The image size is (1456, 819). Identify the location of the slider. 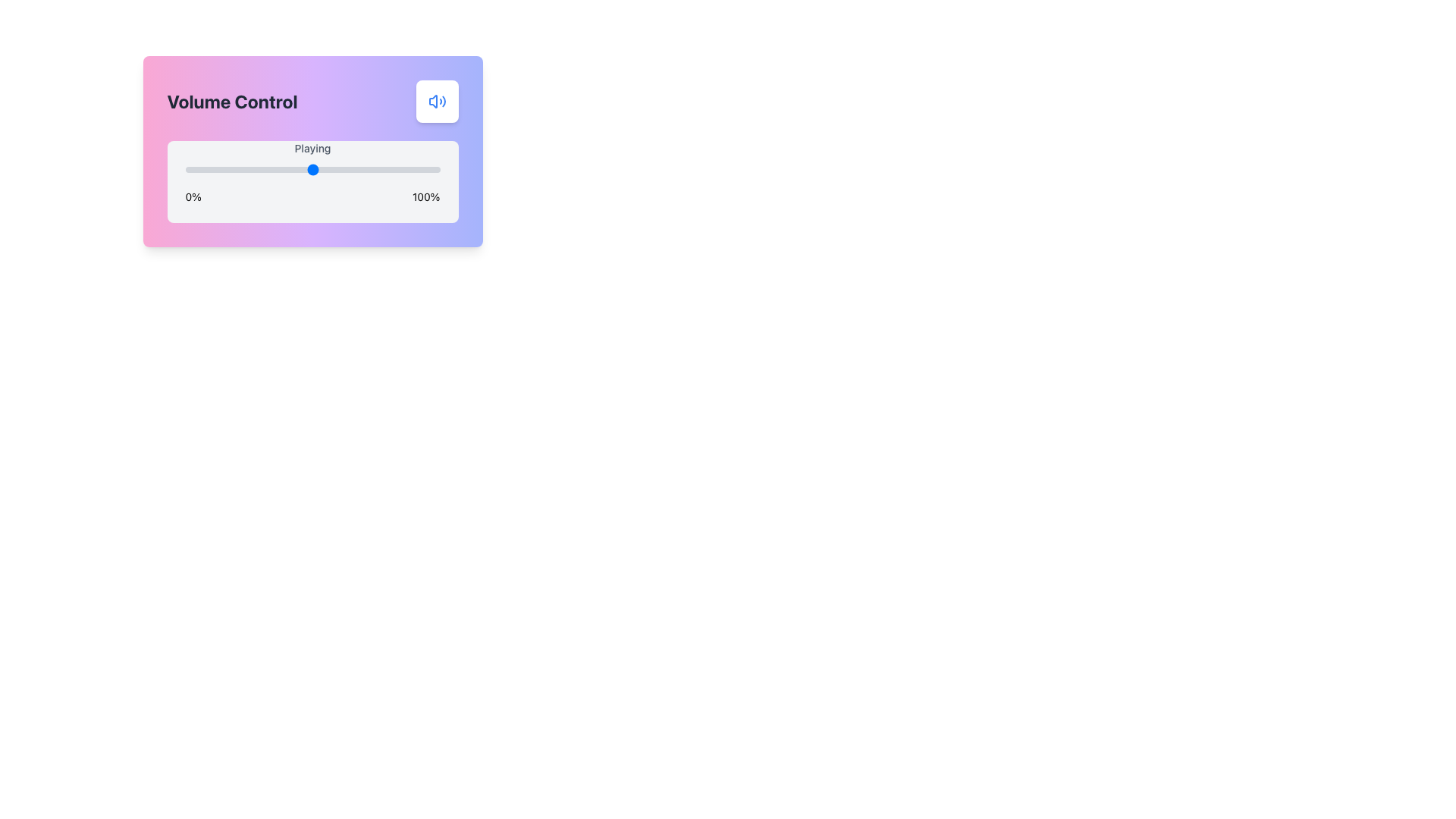
(275, 169).